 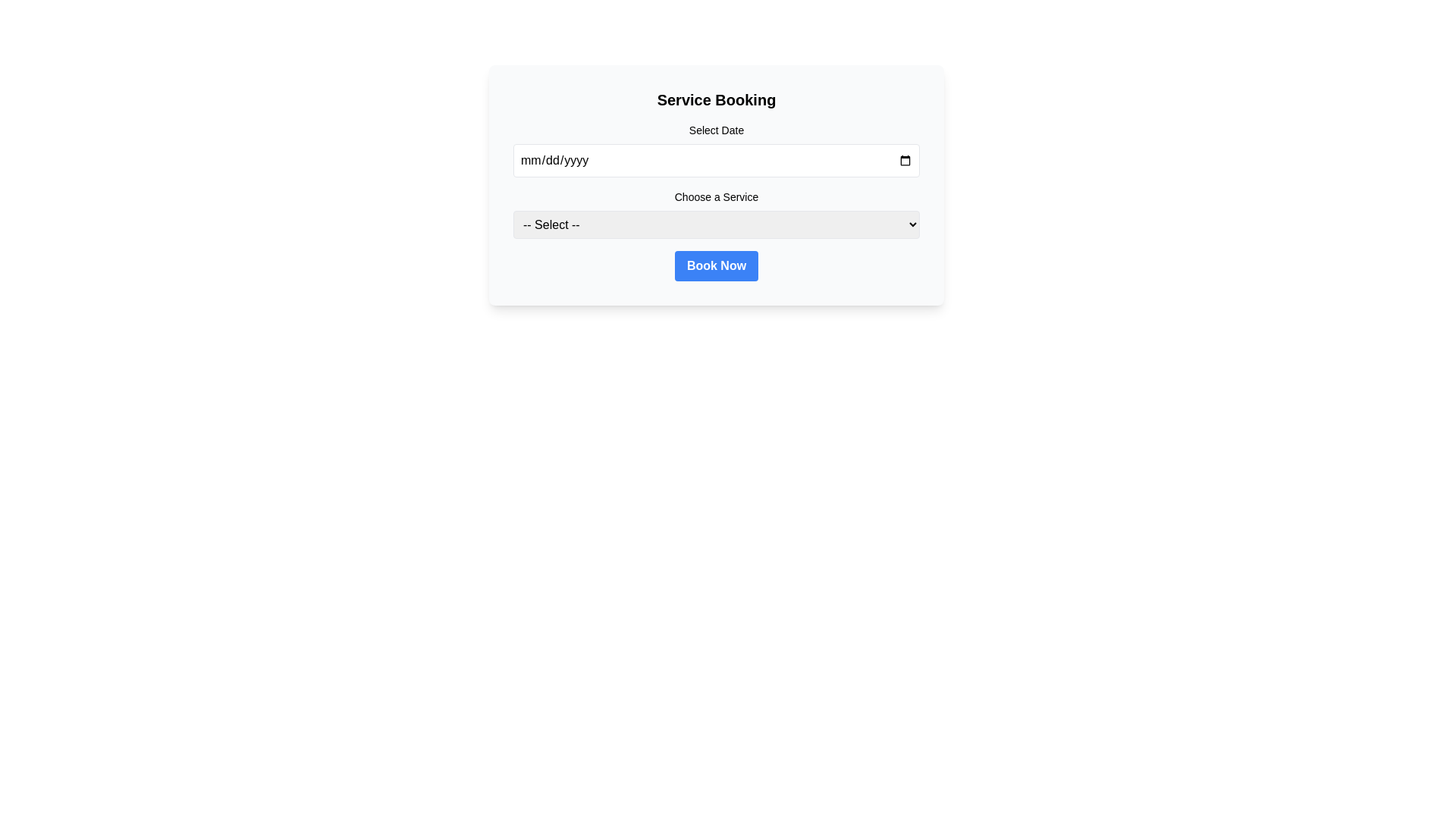 I want to click on the submission button located in the bottom section of the 'Service Booking' card, so click(x=716, y=265).